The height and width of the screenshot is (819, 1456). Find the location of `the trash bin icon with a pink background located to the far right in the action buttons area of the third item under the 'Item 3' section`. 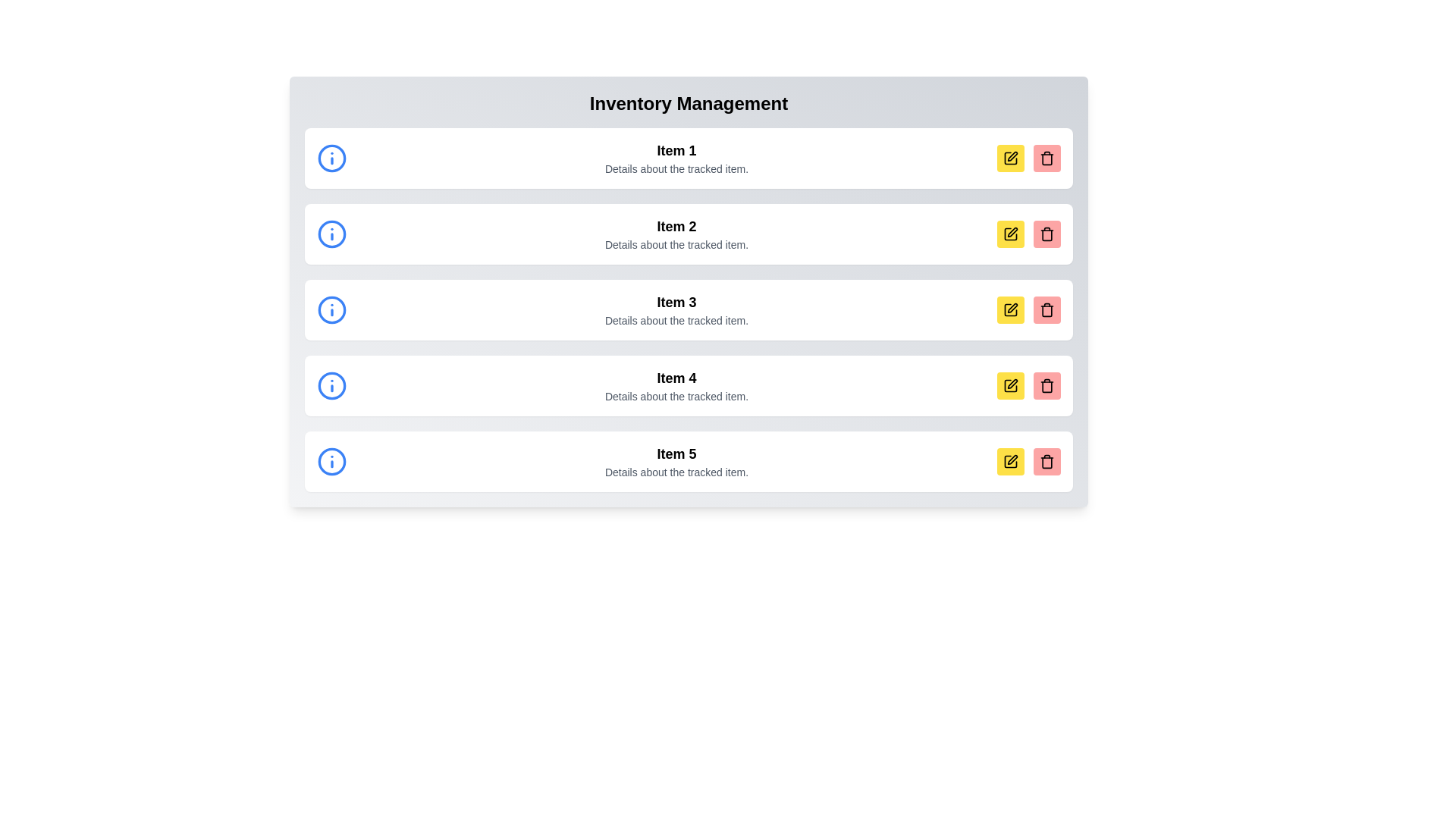

the trash bin icon with a pink background located to the far right in the action buttons area of the third item under the 'Item 3' section is located at coordinates (1046, 309).